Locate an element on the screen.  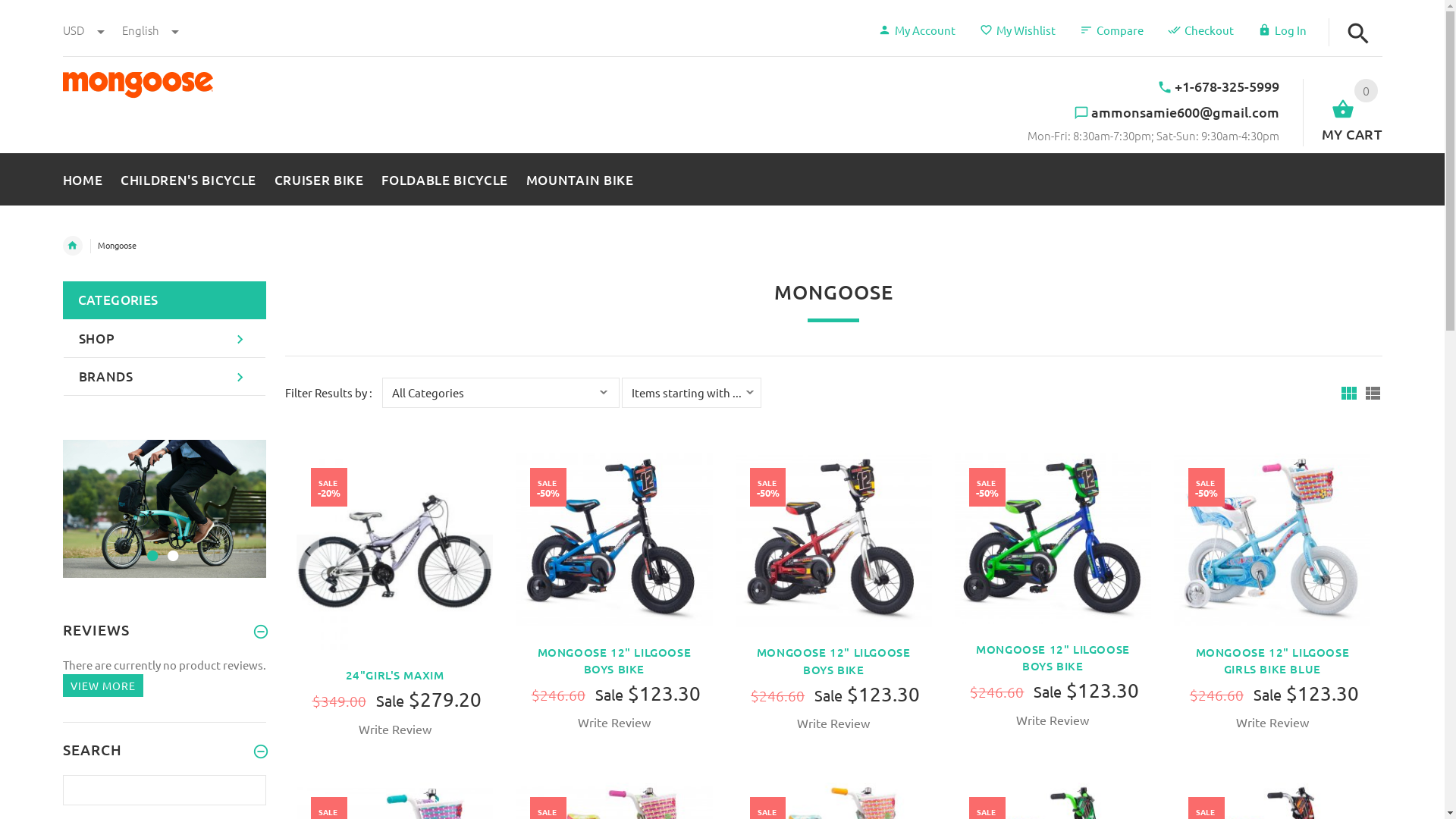
'SHOP' is located at coordinates (164, 338).